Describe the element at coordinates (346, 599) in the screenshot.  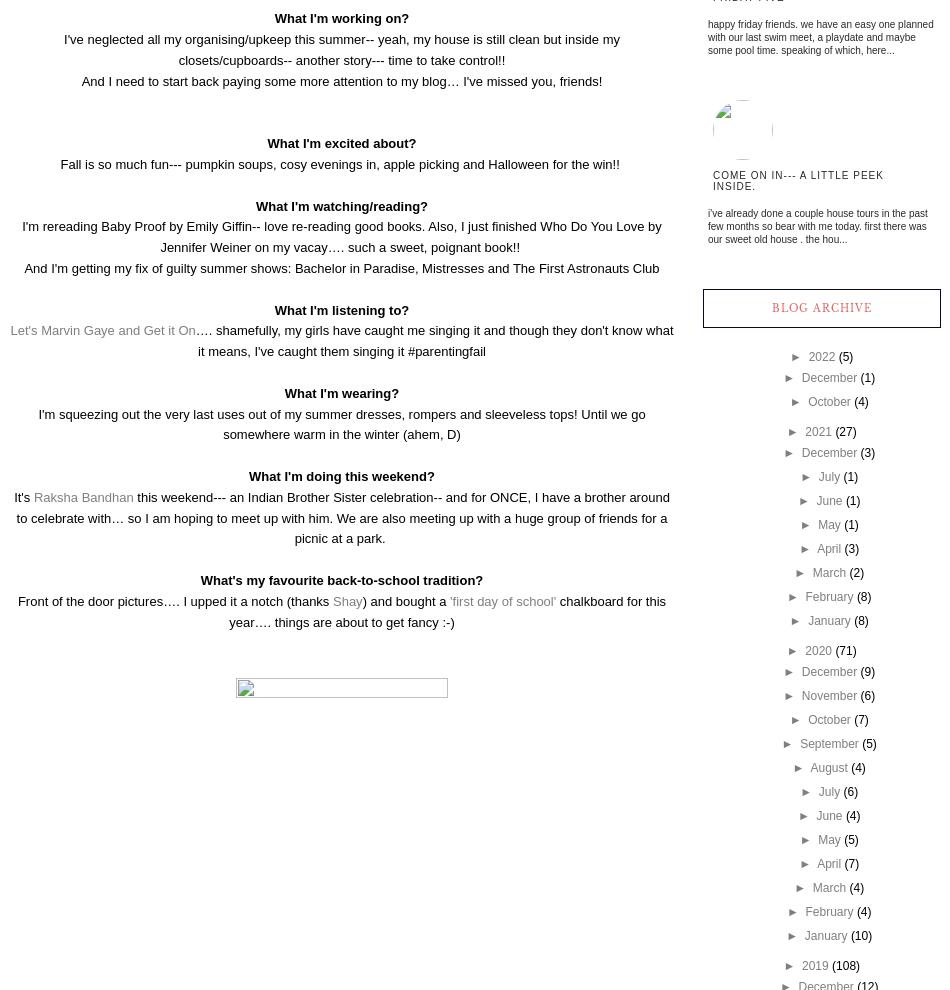
I see `'Shay'` at that location.